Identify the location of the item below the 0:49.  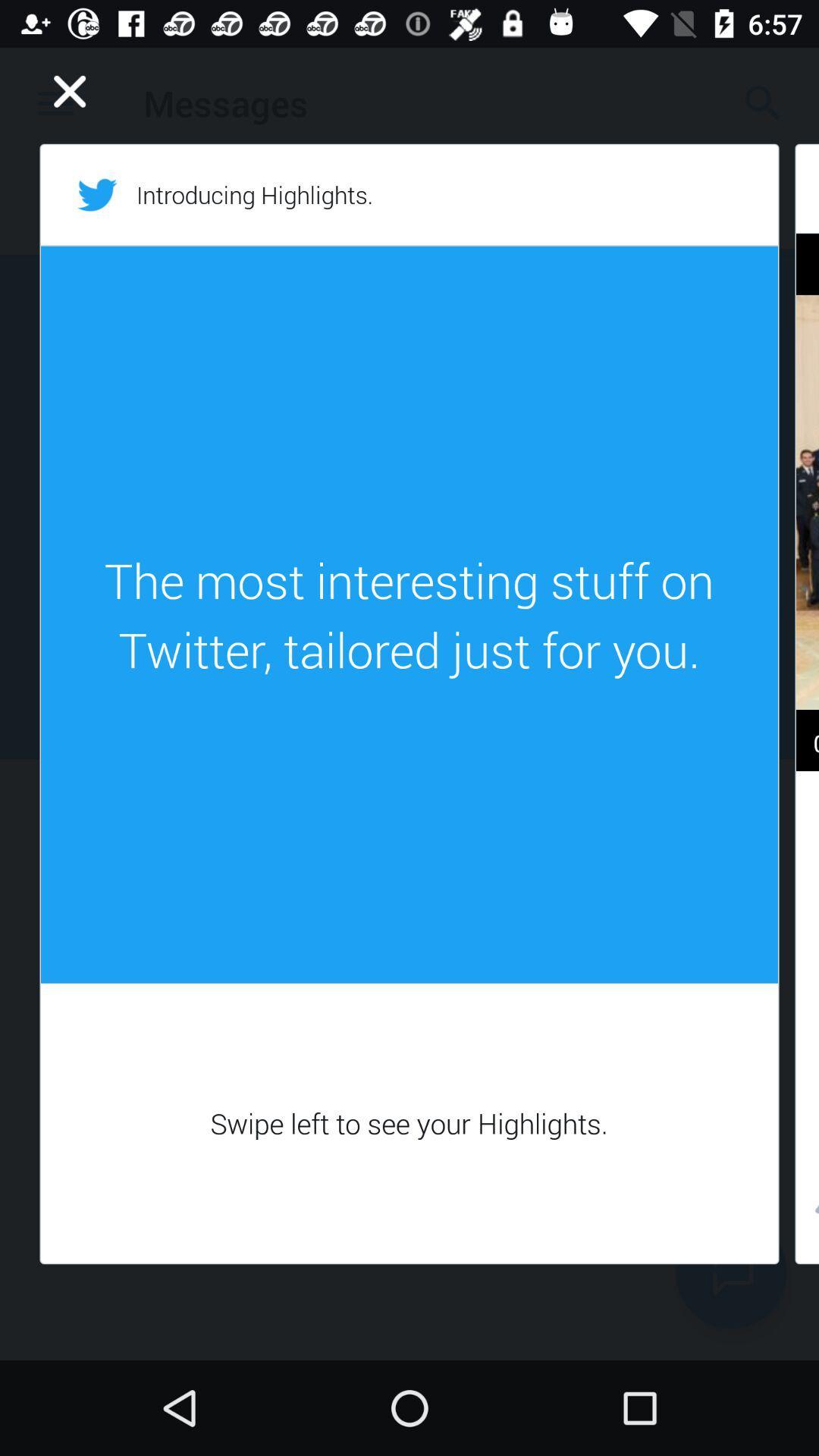
(806, 1213).